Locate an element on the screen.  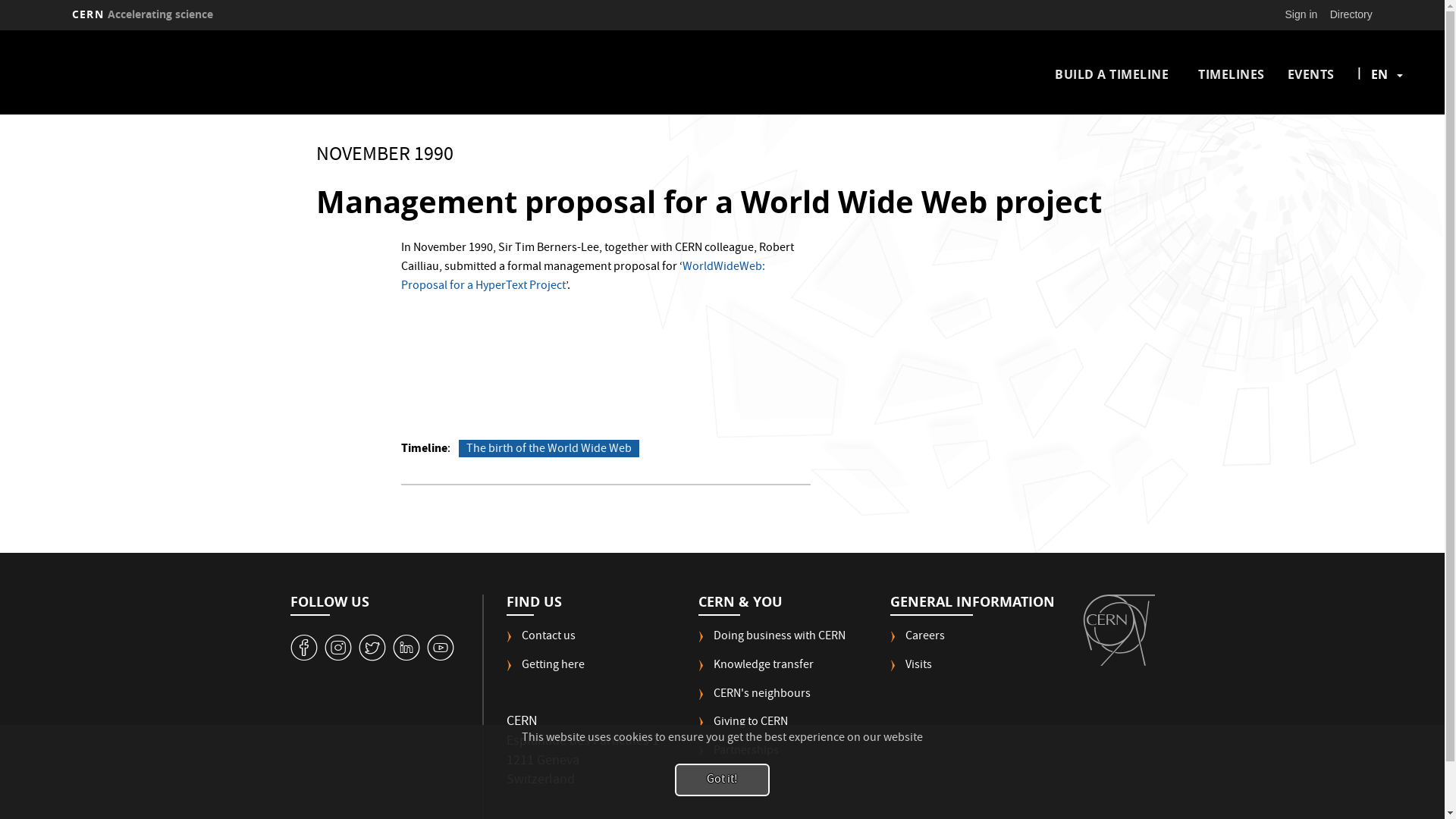
'Doing business with CERN' is located at coordinates (771, 643).